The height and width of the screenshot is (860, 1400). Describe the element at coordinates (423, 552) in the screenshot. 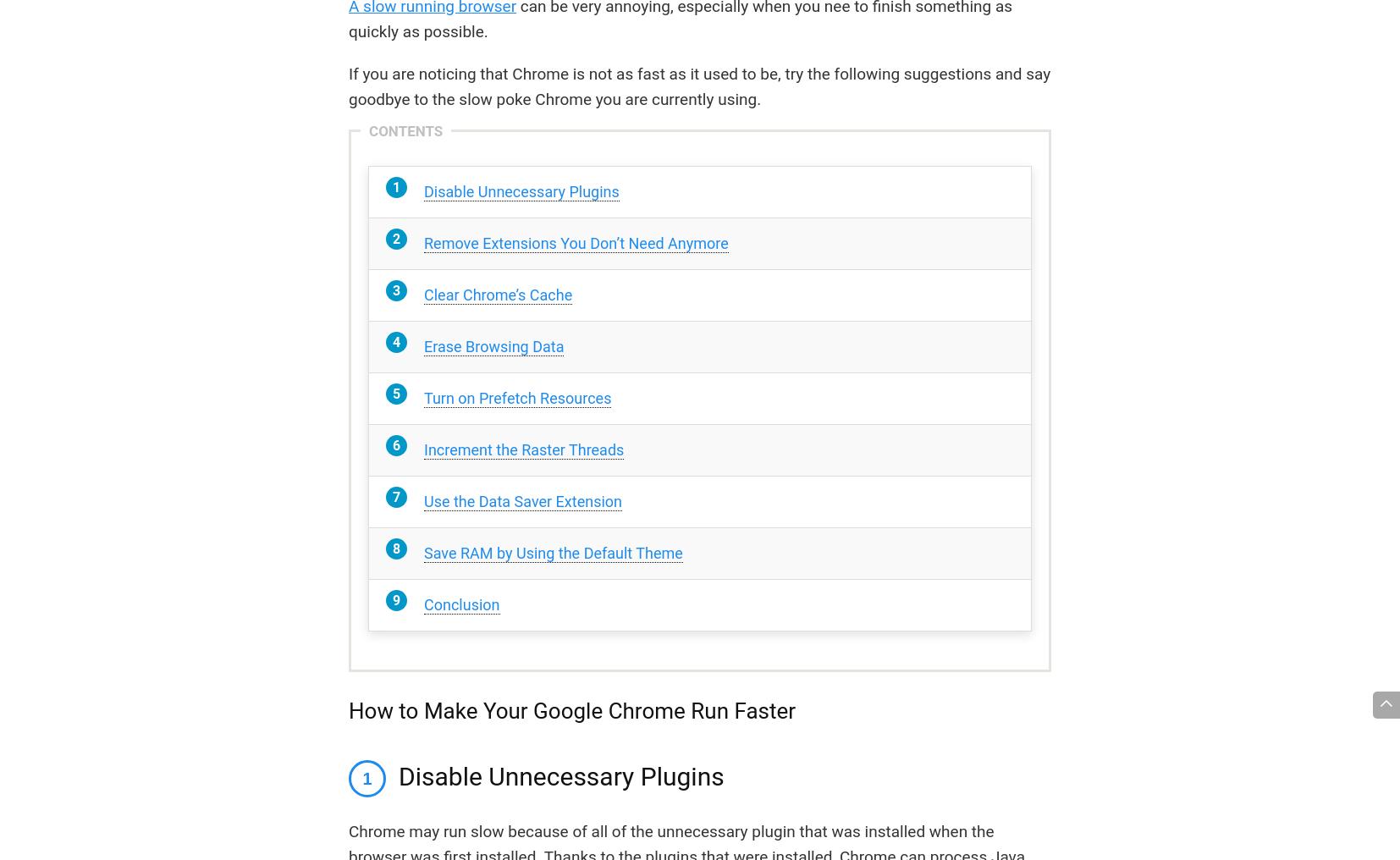

I see `'Save RAM by Using the Default Theme'` at that location.